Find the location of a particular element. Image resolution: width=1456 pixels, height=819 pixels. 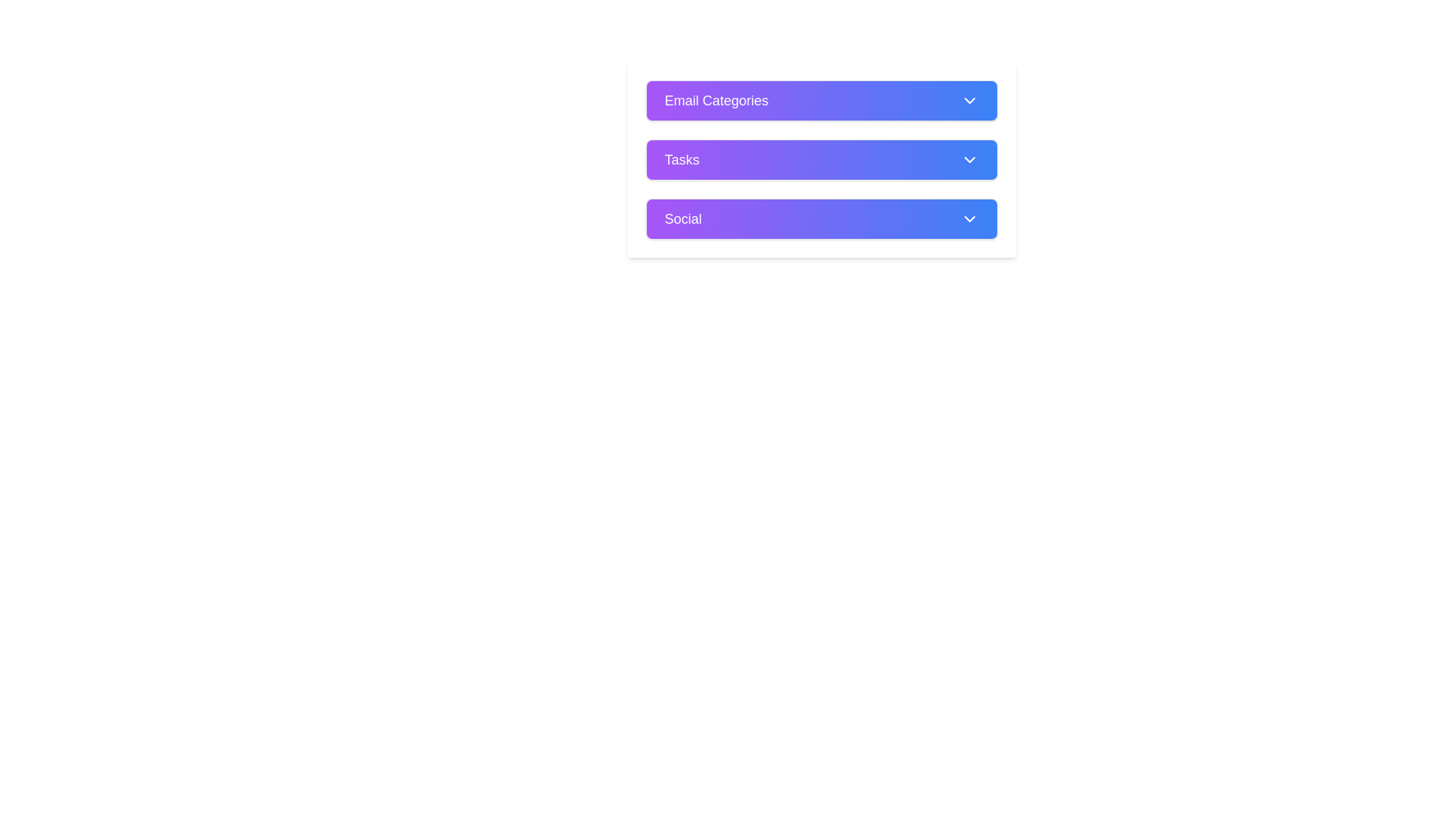

the dropdown arrow is located at coordinates (968, 100).